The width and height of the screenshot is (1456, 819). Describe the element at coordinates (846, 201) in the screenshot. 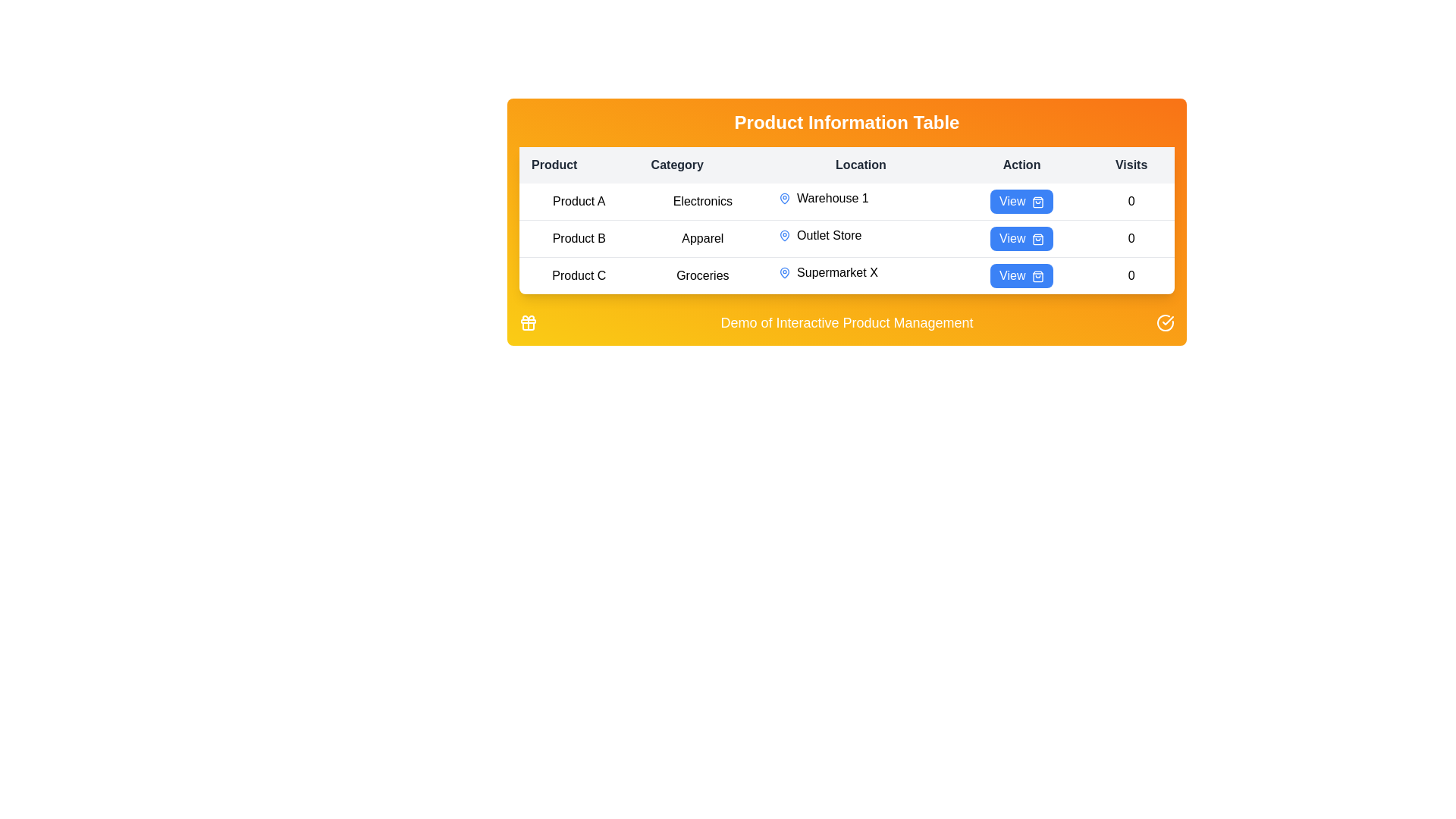

I see `the first row of the product details table that displays the product's name, category, location, action button, and visit count` at that location.